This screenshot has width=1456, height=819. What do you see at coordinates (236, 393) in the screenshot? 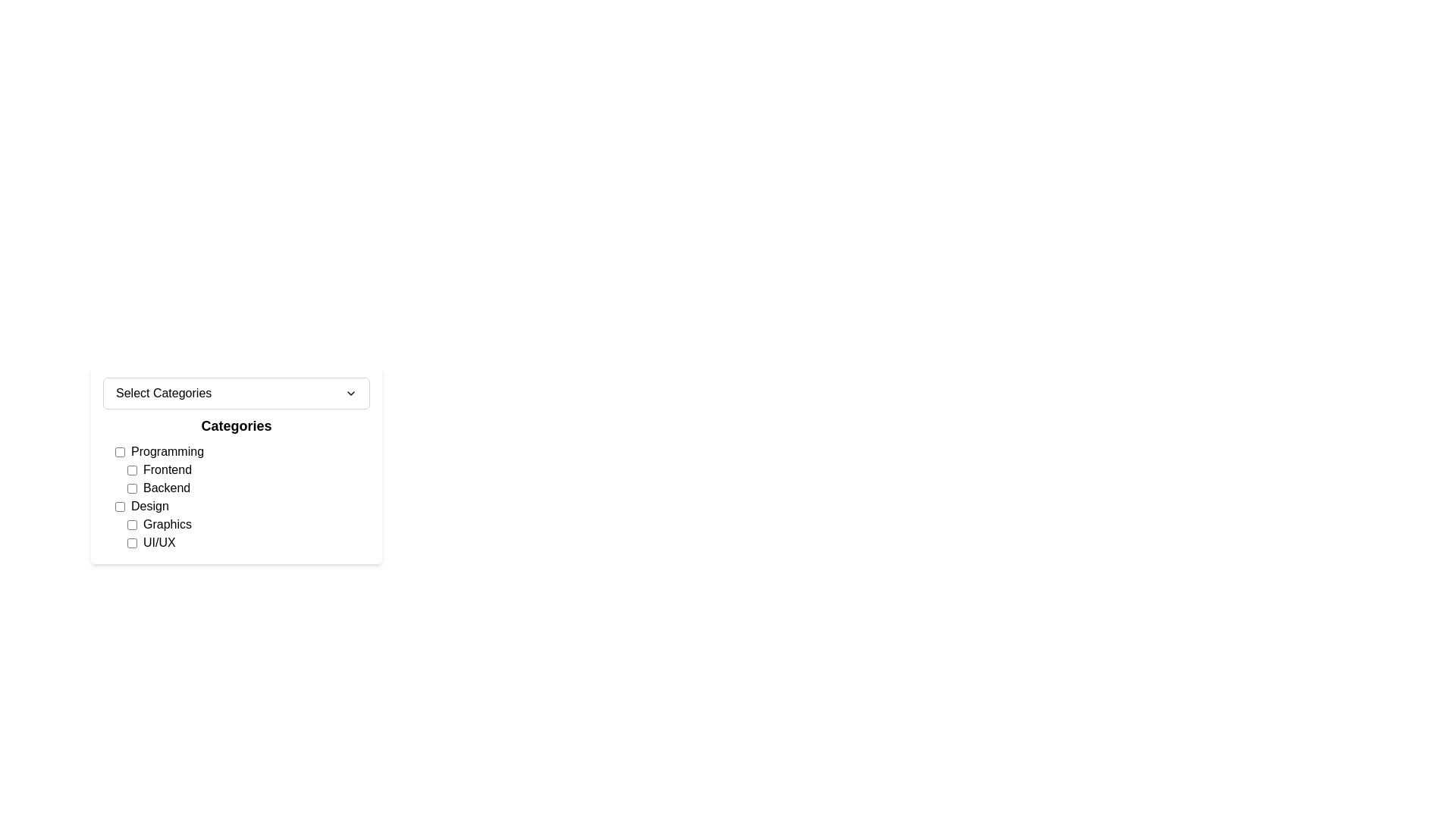
I see `the 'Select Categories' dropdown menu` at bounding box center [236, 393].